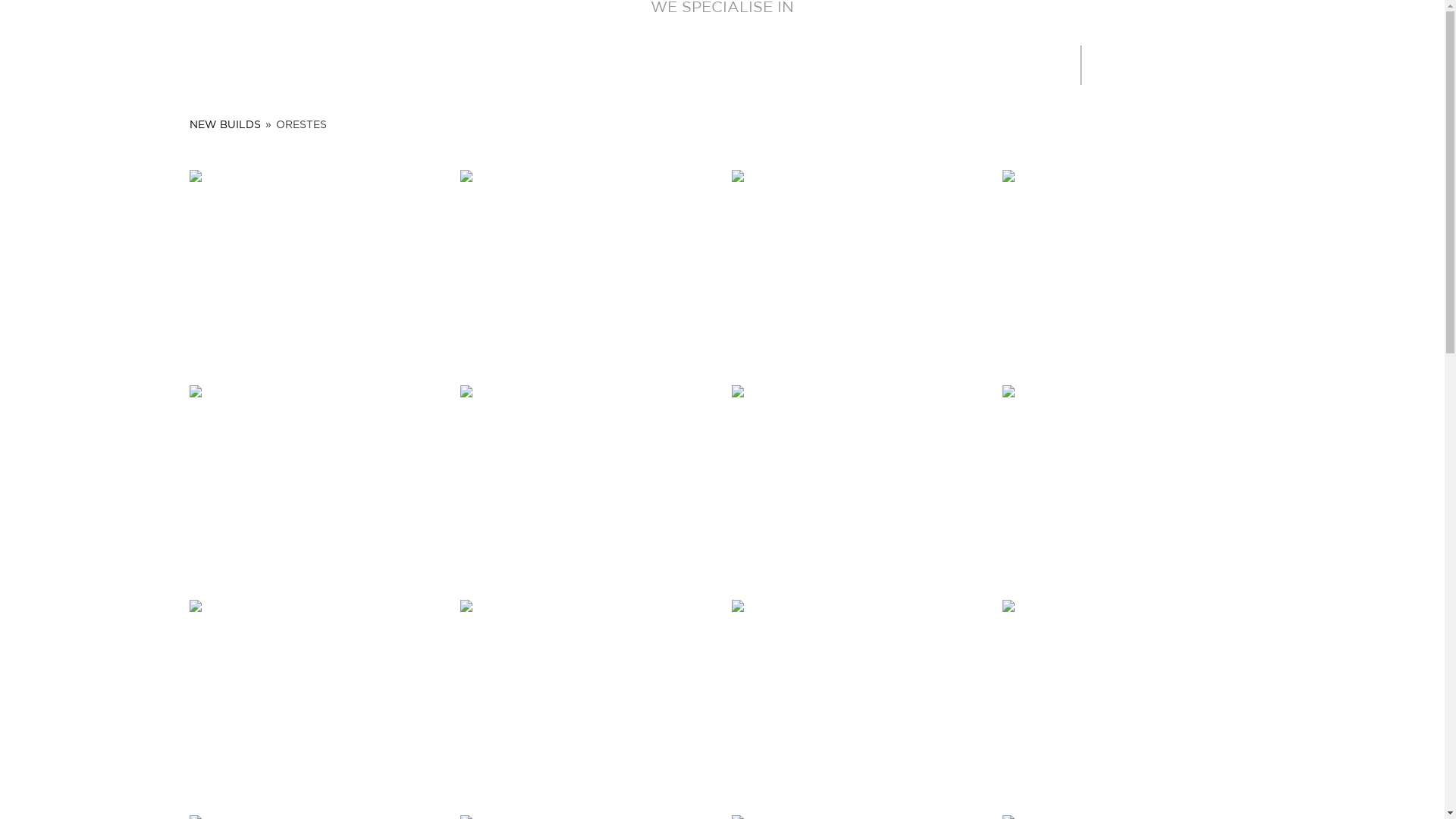 The width and height of the screenshot is (1456, 819). I want to click on 'ABOUT', so click(521, 62).